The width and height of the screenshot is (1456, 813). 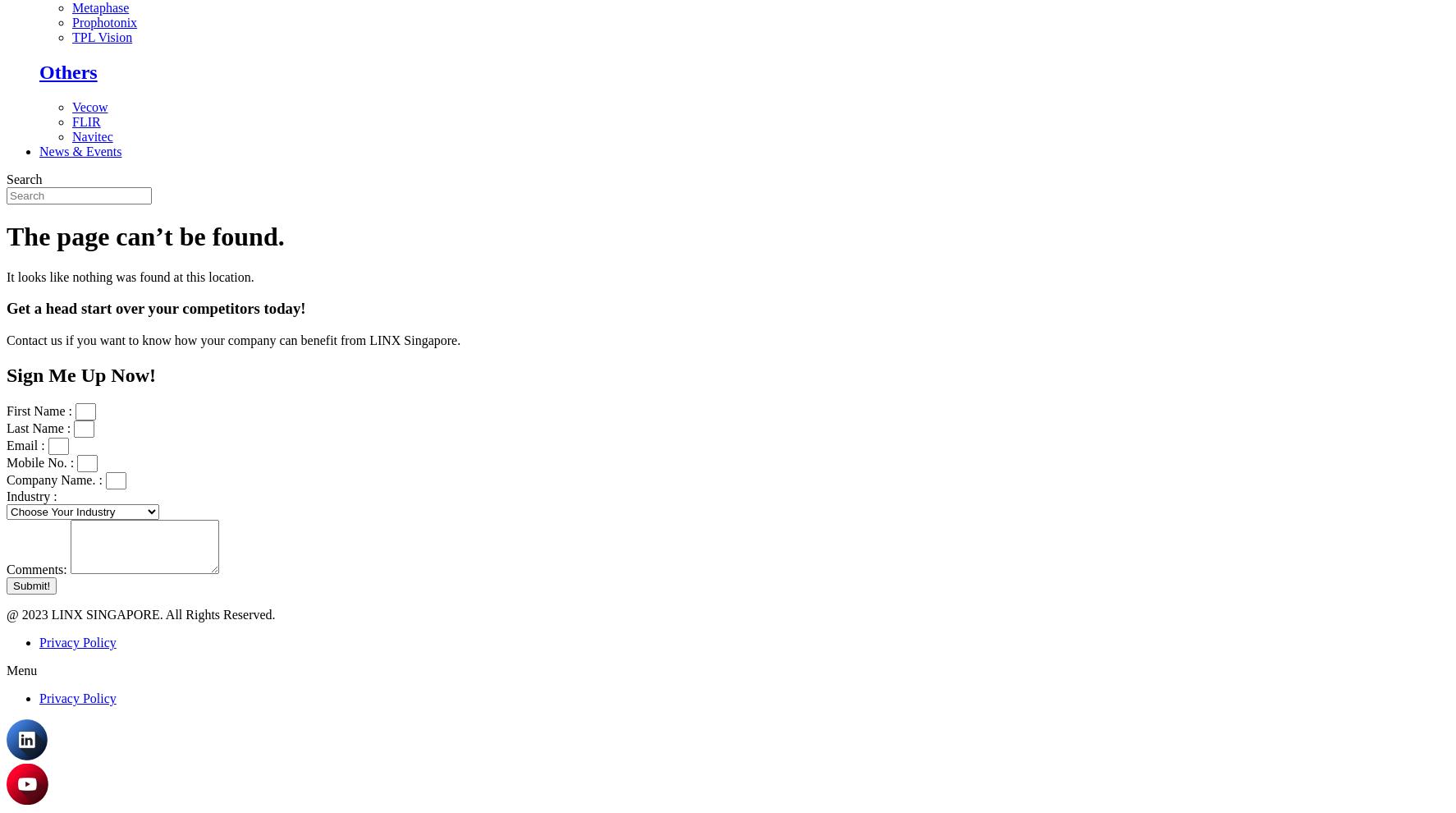 I want to click on 'Metaphase', so click(x=71, y=6).